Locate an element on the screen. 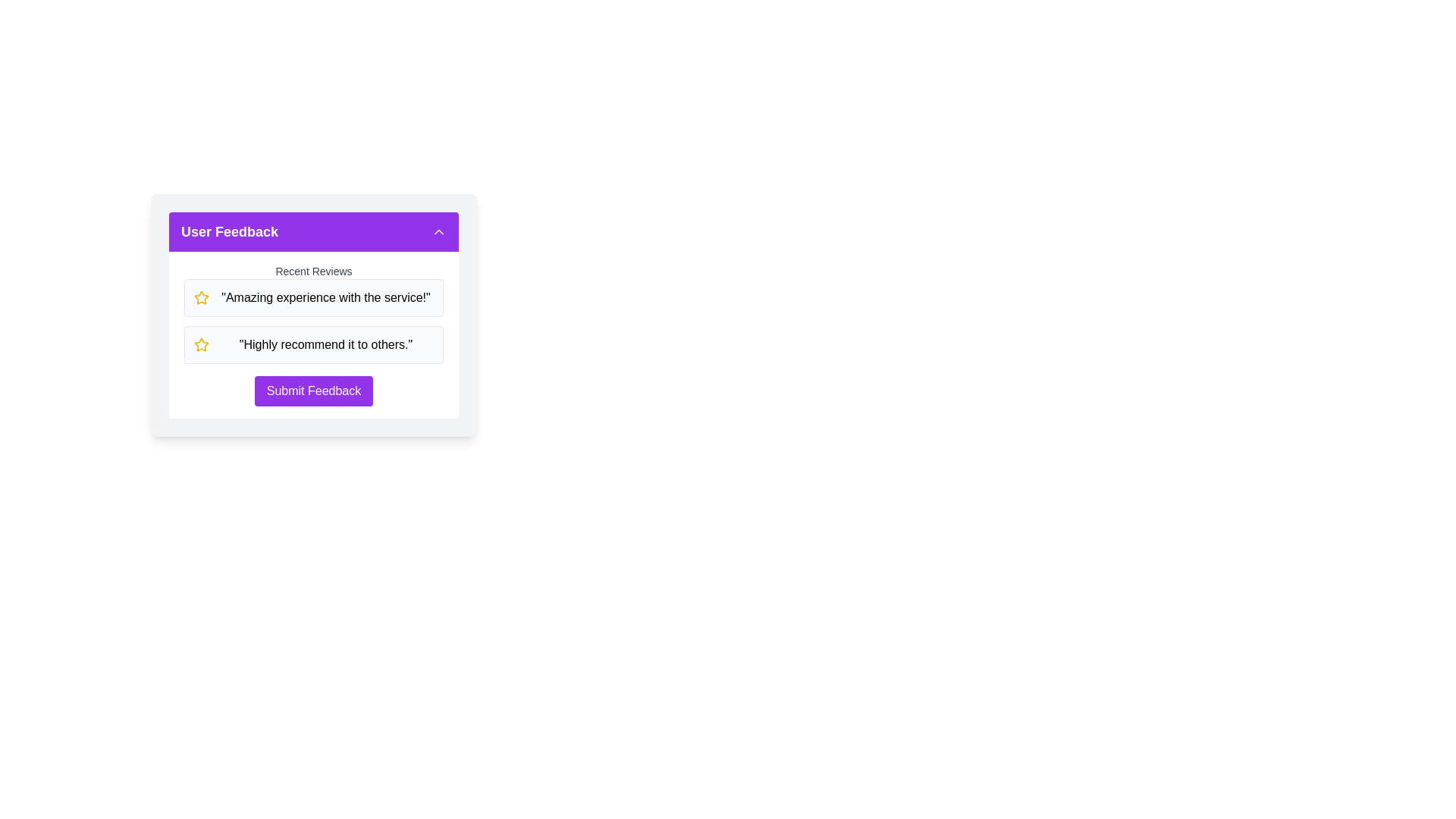 The height and width of the screenshot is (819, 1456). the text label displaying 'Amazing experience with the service!' that is located in the feedback card under 'Recent Reviews', aligned horizontally with a yellow star icon is located at coordinates (325, 298).